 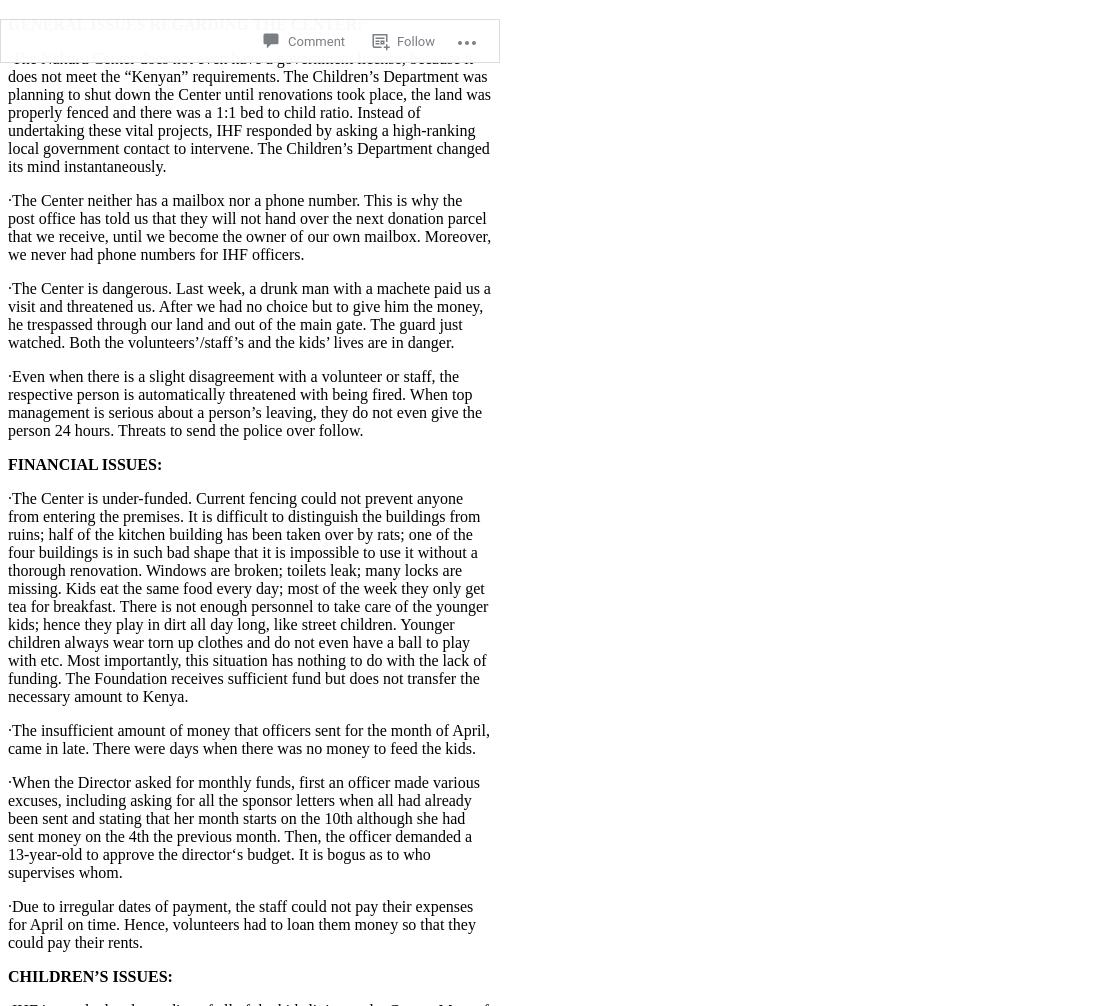 I want to click on 'GENERAL ISSUES REGARDING THE CENTER:', so click(x=184, y=23).